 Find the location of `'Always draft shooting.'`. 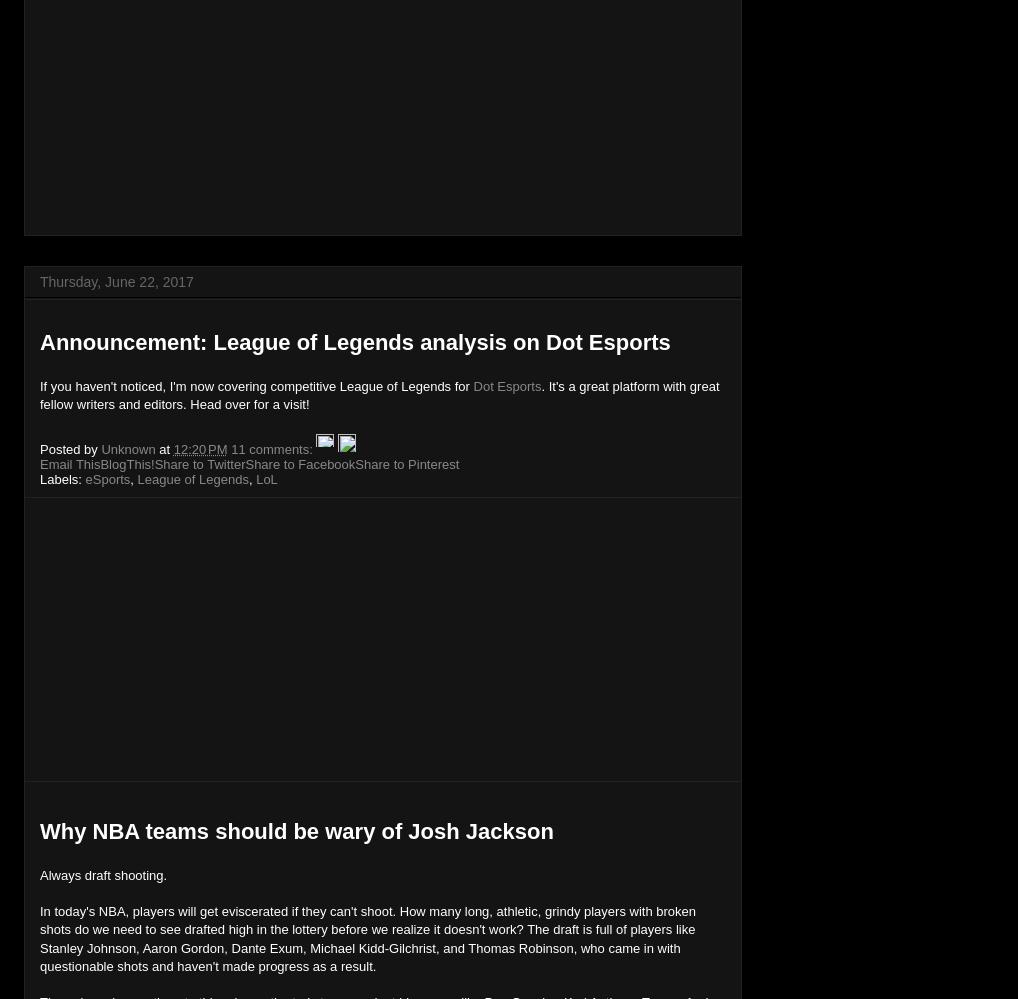

'Always draft shooting.' is located at coordinates (102, 873).